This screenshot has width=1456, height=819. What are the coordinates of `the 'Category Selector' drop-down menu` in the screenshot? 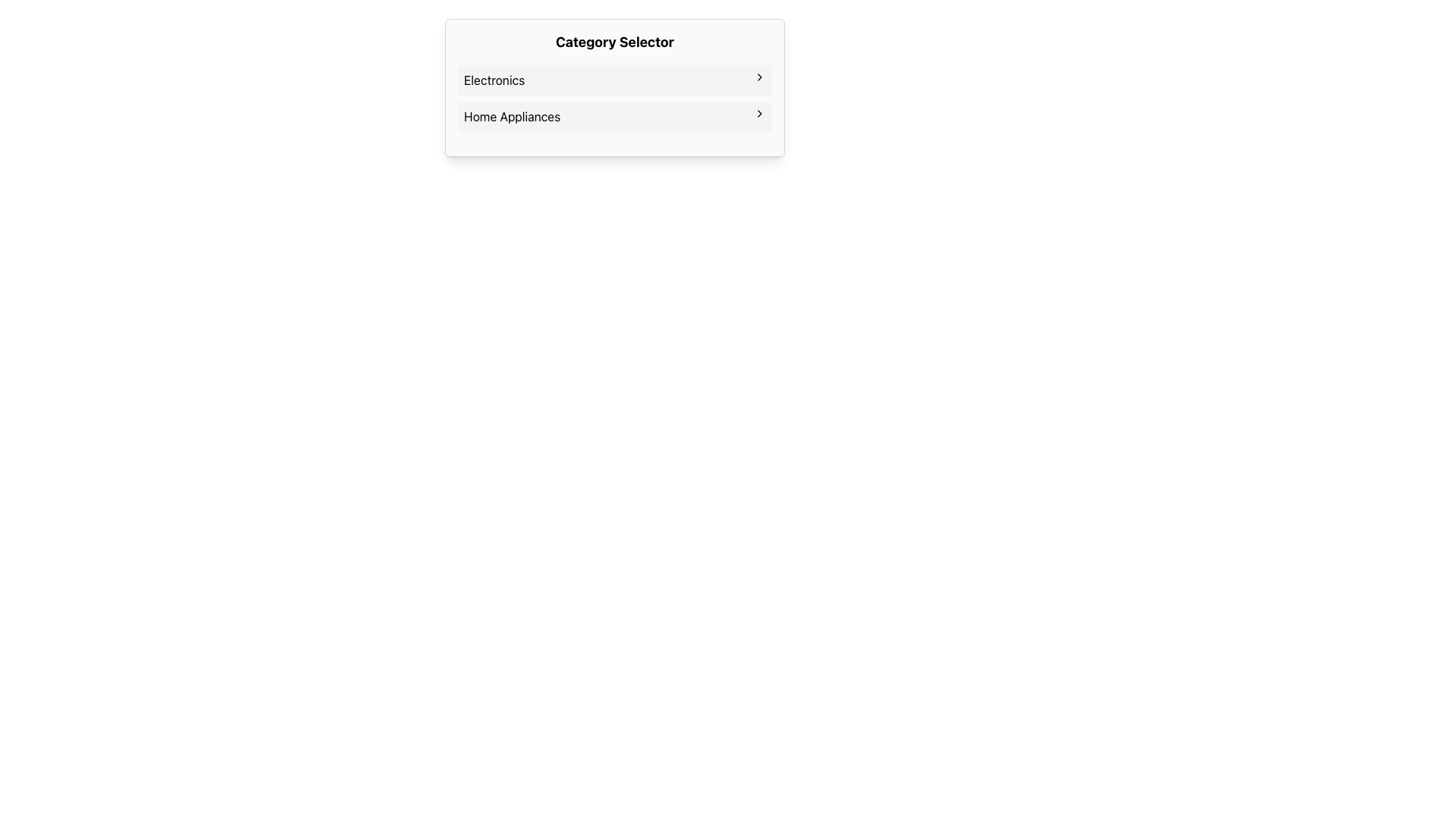 It's located at (615, 87).